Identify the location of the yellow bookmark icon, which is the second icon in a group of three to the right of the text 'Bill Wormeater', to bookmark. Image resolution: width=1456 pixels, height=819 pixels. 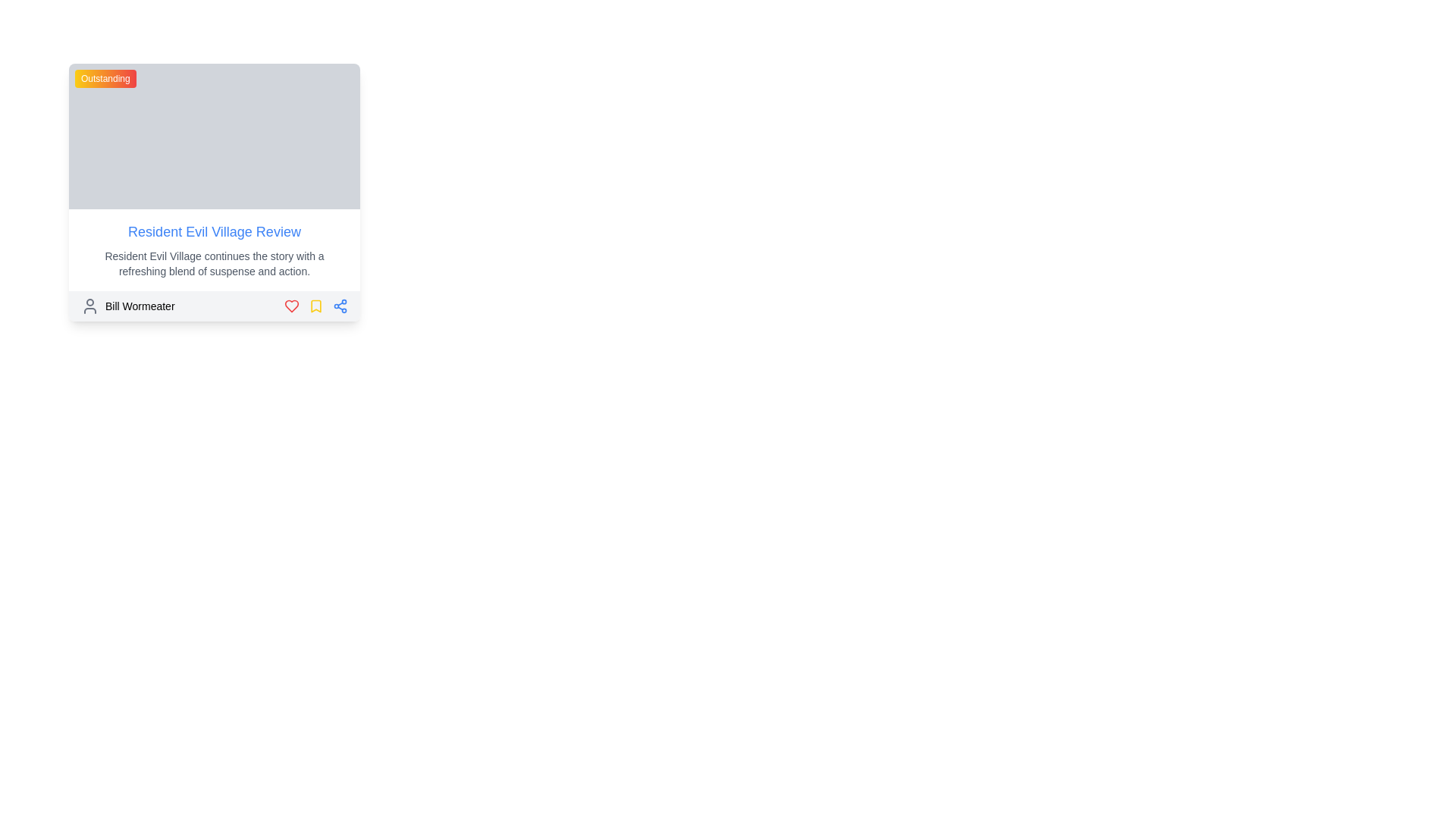
(315, 306).